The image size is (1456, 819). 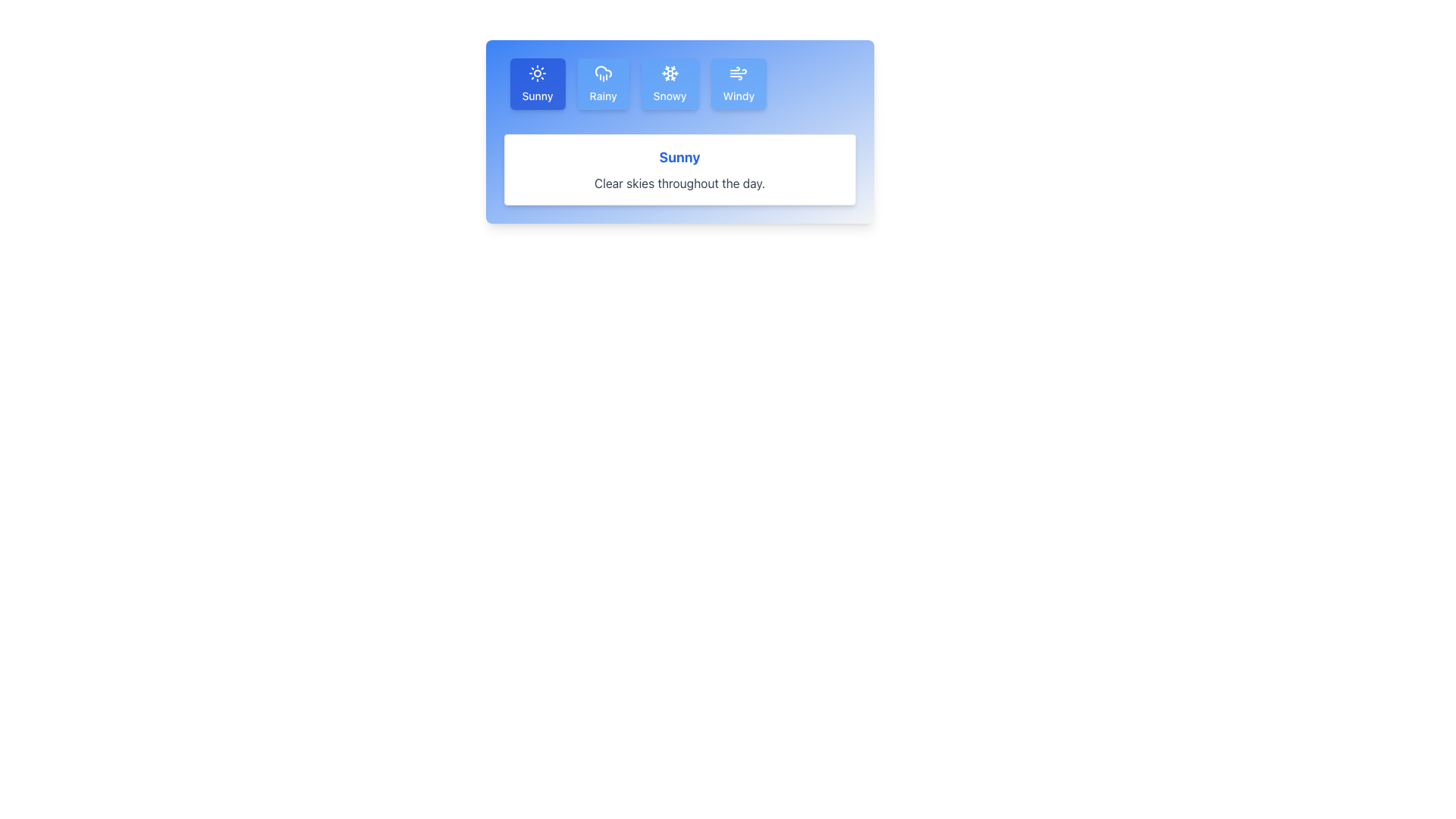 What do you see at coordinates (669, 84) in the screenshot?
I see `keyboard navigation` at bounding box center [669, 84].